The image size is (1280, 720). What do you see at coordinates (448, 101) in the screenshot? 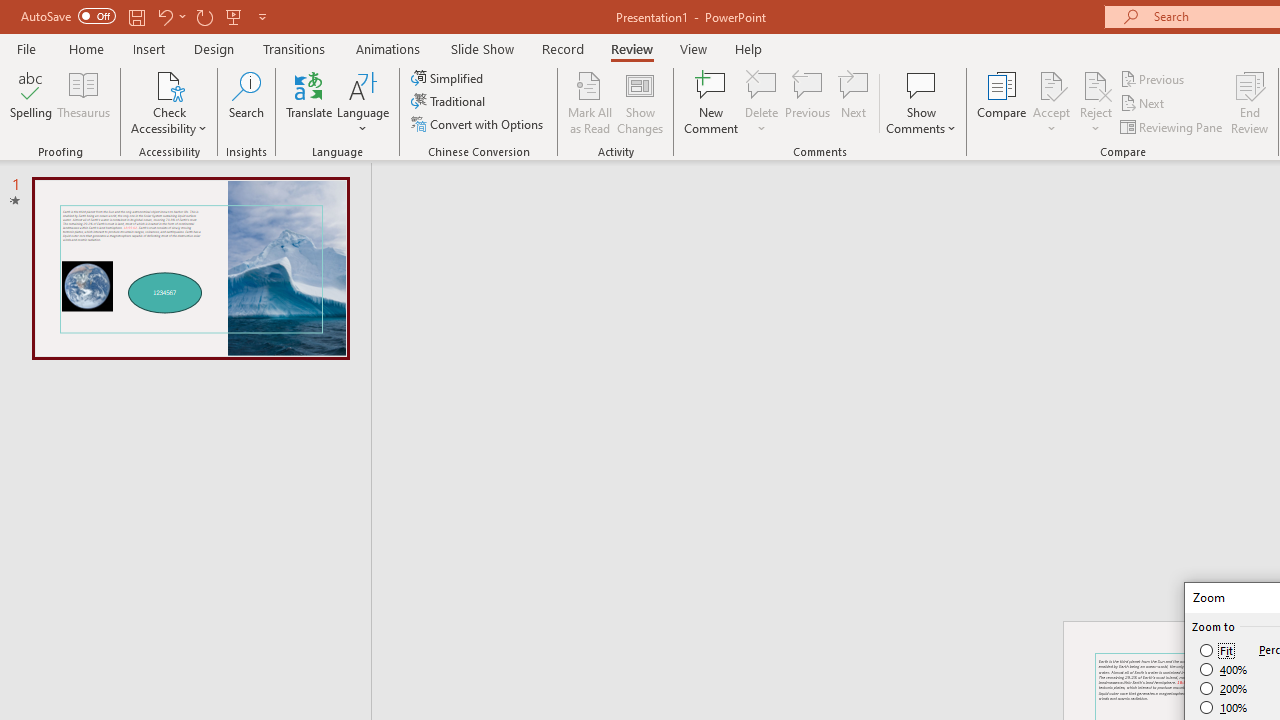
I see `'Traditional'` at bounding box center [448, 101].